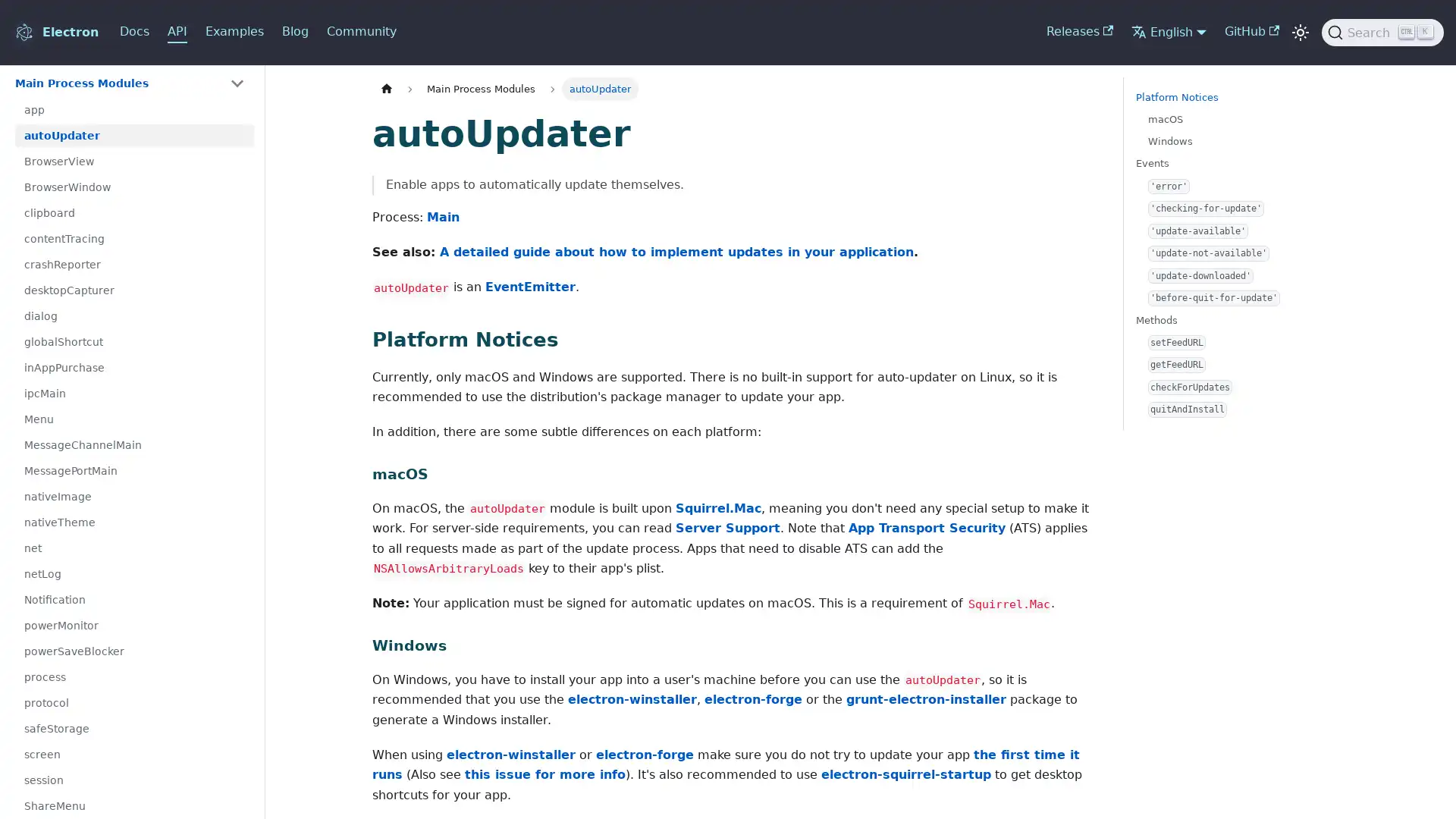 This screenshot has height=819, width=1456. I want to click on Switch between dark and light mode (currently light mode), so click(1299, 32).